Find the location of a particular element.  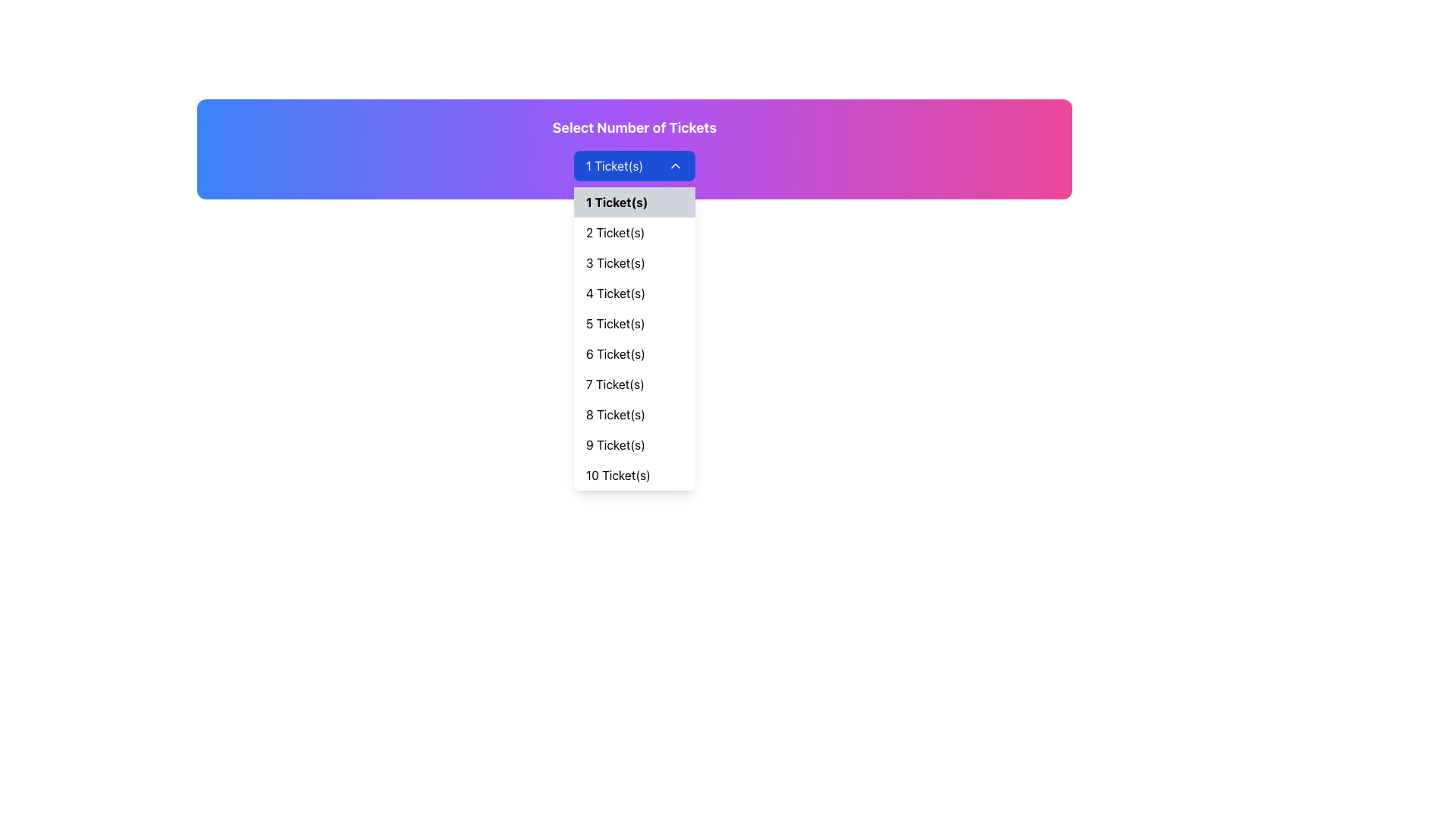

the dropdown option displaying '6 Ticket(s)', which is the 6th item in the dropdown list is located at coordinates (634, 353).